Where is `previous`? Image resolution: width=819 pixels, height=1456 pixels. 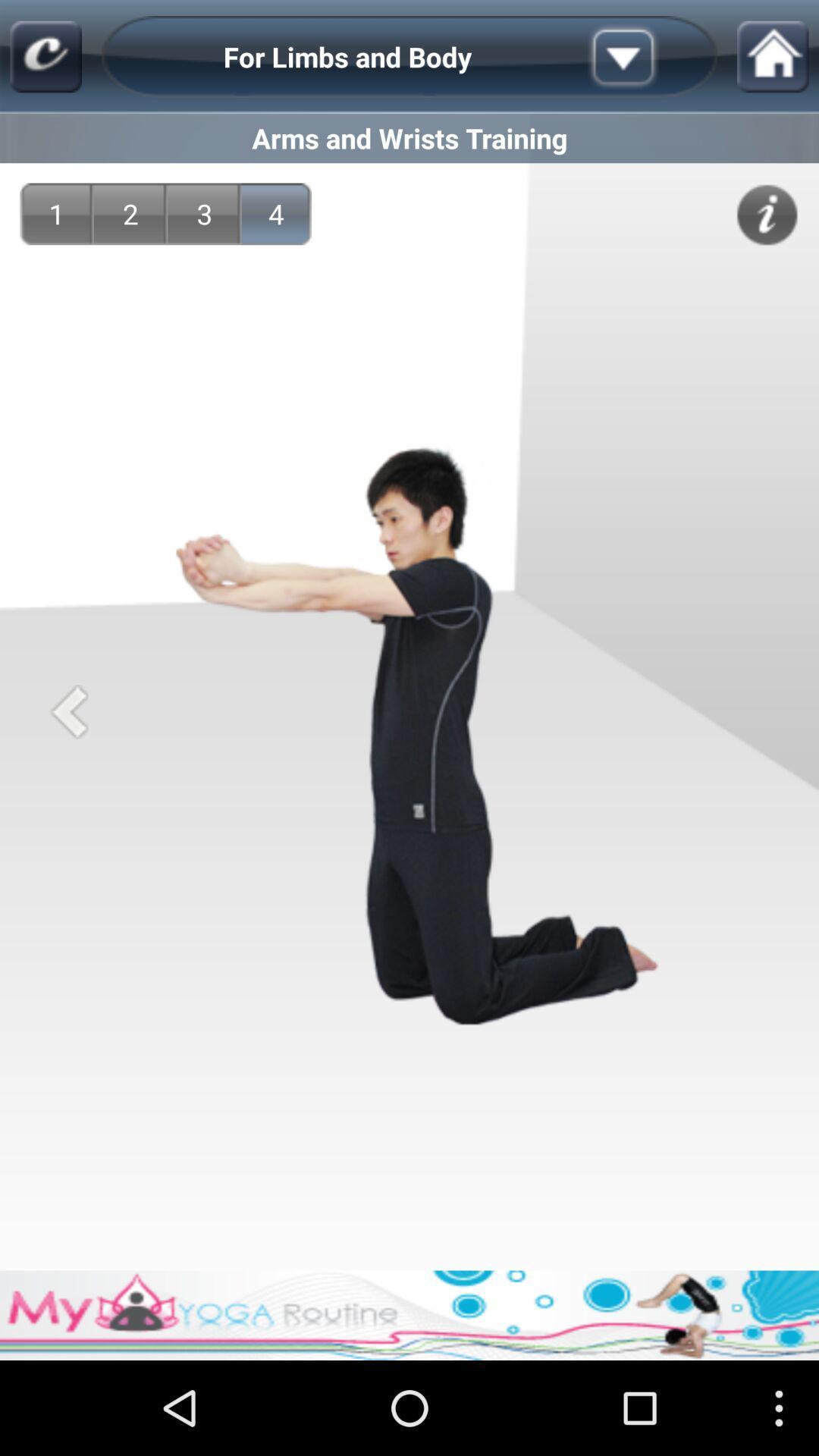
previous is located at coordinates (69, 711).